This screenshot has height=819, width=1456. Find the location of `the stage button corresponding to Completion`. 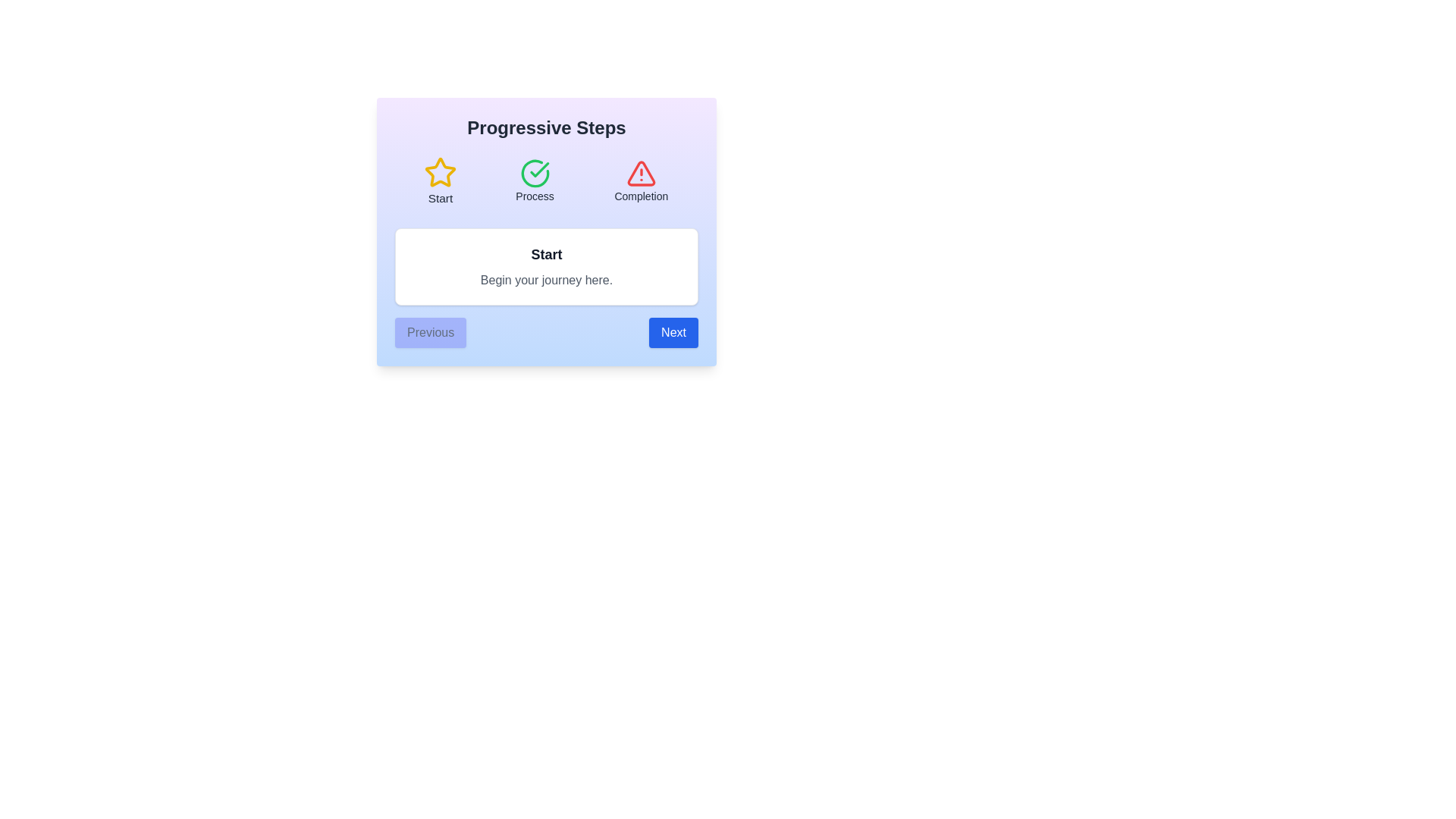

the stage button corresponding to Completion is located at coordinates (641, 180).